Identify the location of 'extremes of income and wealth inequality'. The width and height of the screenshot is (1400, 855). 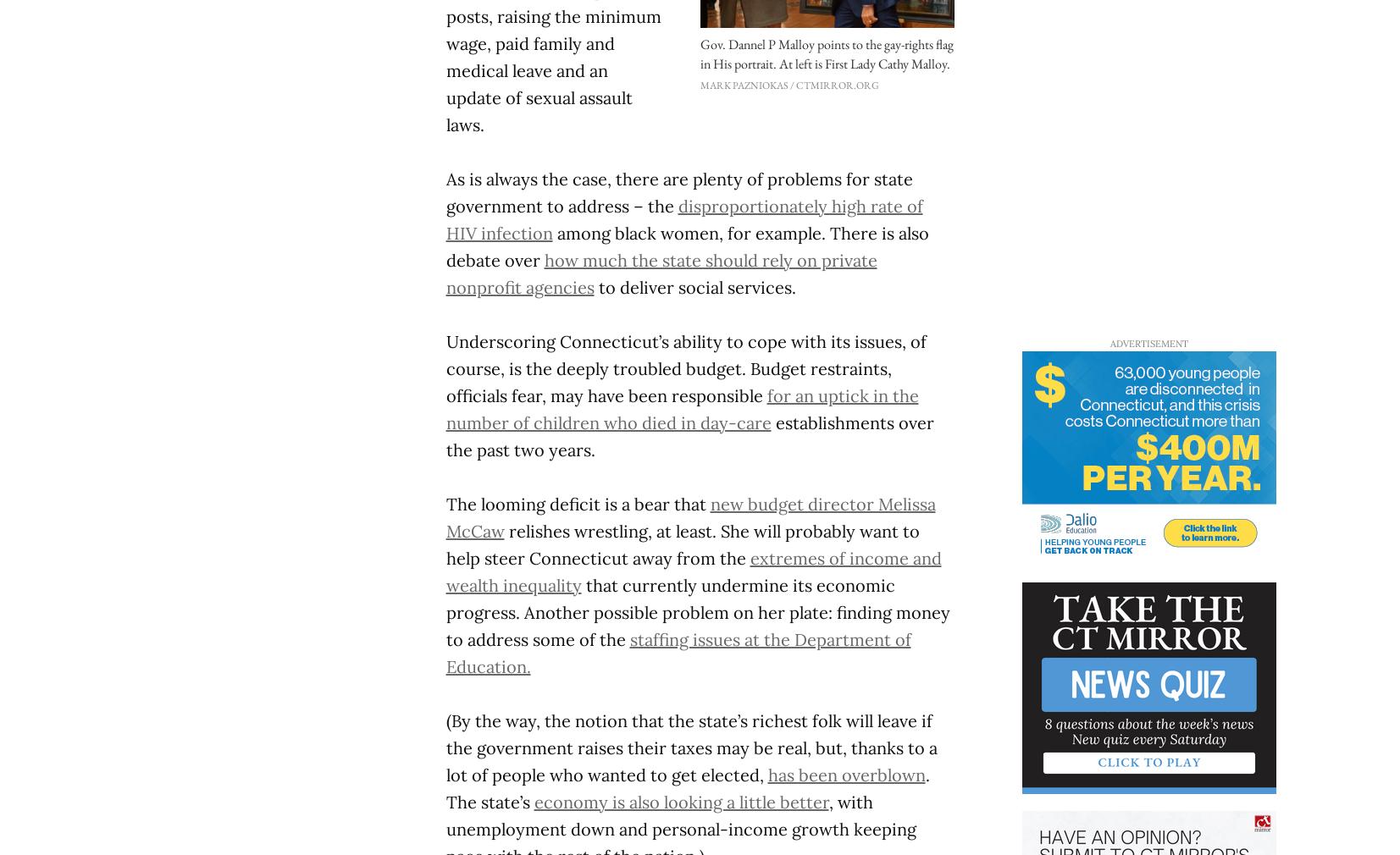
(692, 570).